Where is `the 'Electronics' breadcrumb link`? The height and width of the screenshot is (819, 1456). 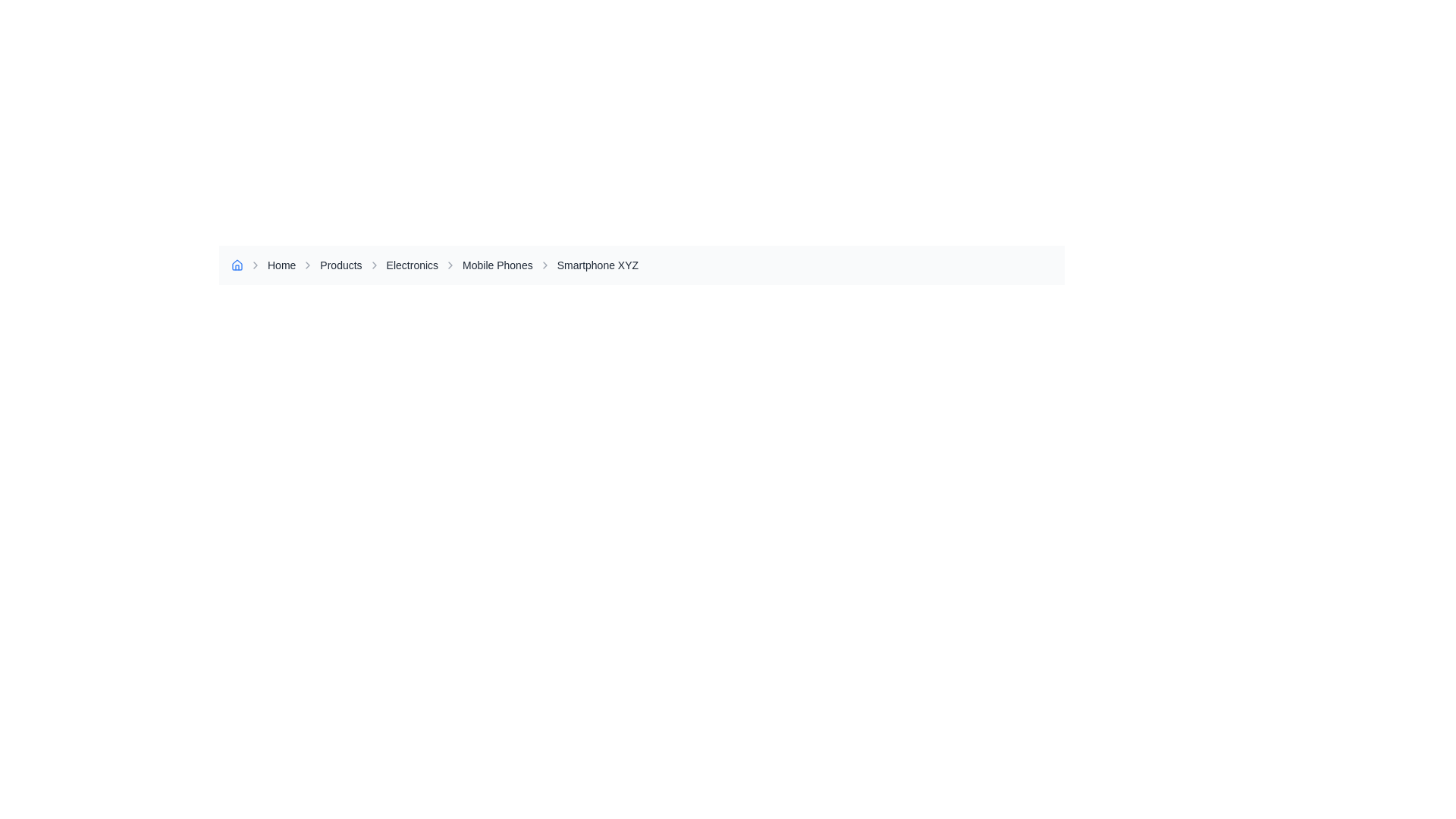 the 'Electronics' breadcrumb link is located at coordinates (403, 265).